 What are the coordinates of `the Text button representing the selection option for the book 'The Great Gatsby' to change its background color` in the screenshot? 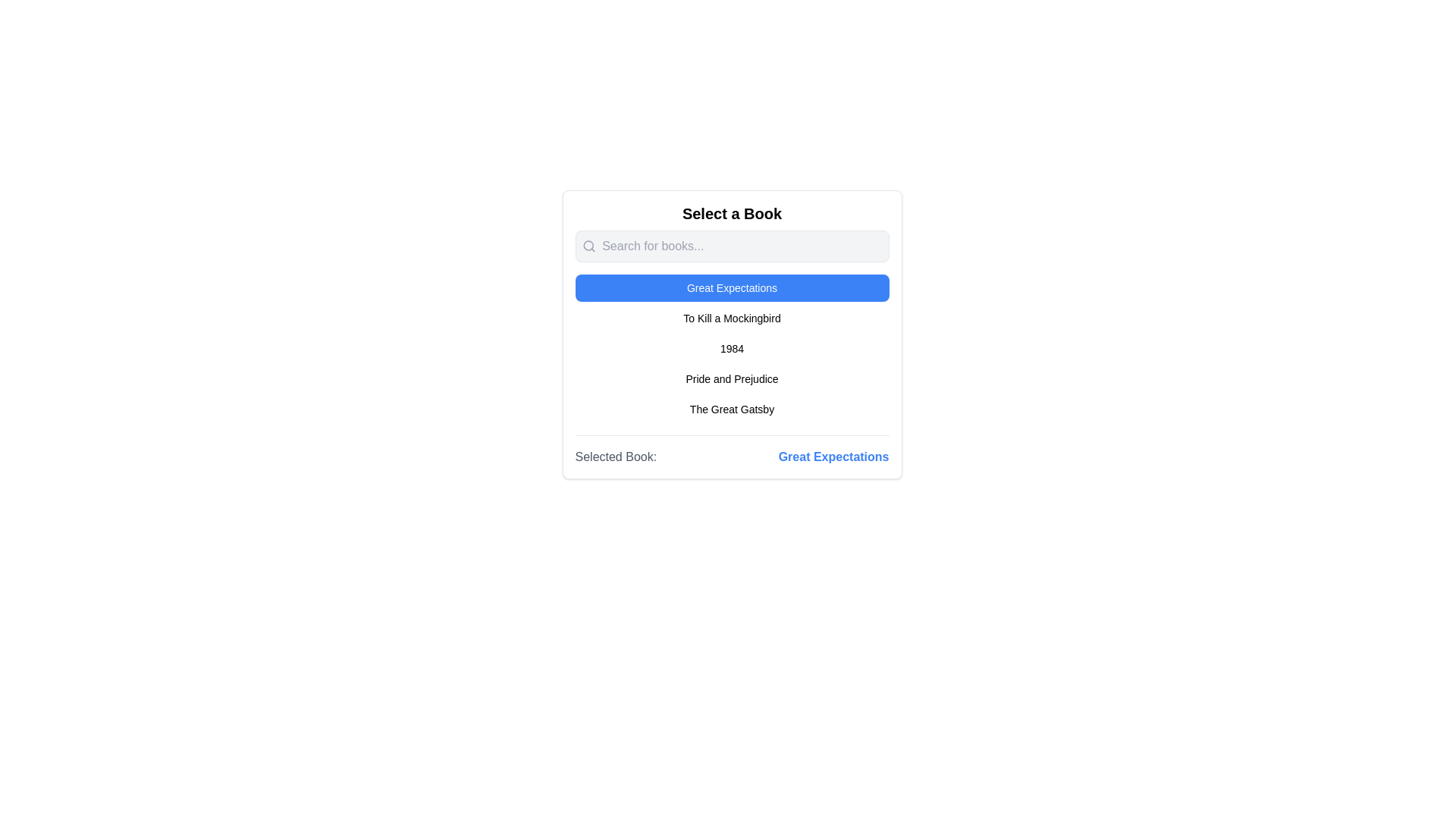 It's located at (732, 409).